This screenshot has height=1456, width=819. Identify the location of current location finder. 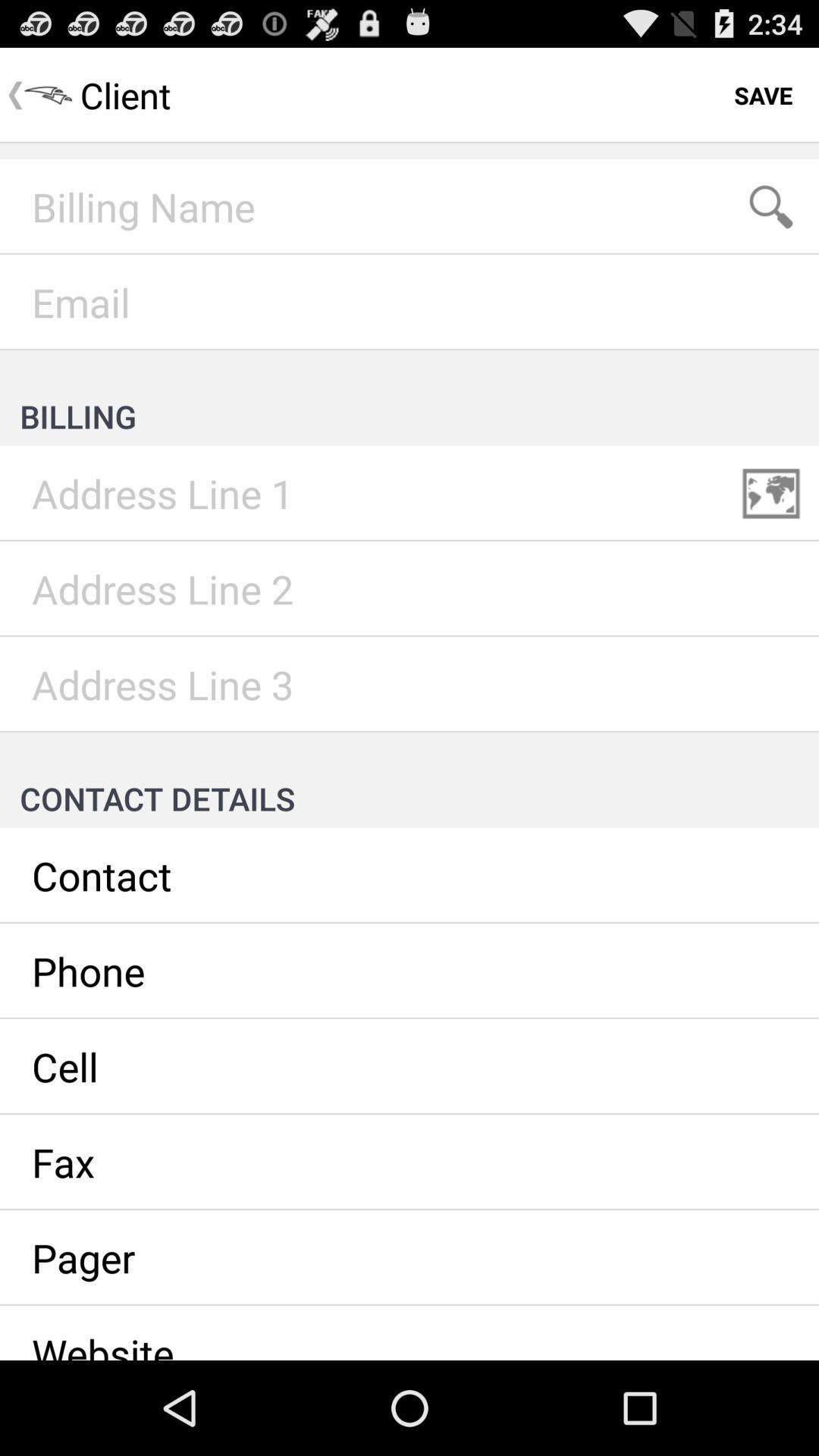
(771, 494).